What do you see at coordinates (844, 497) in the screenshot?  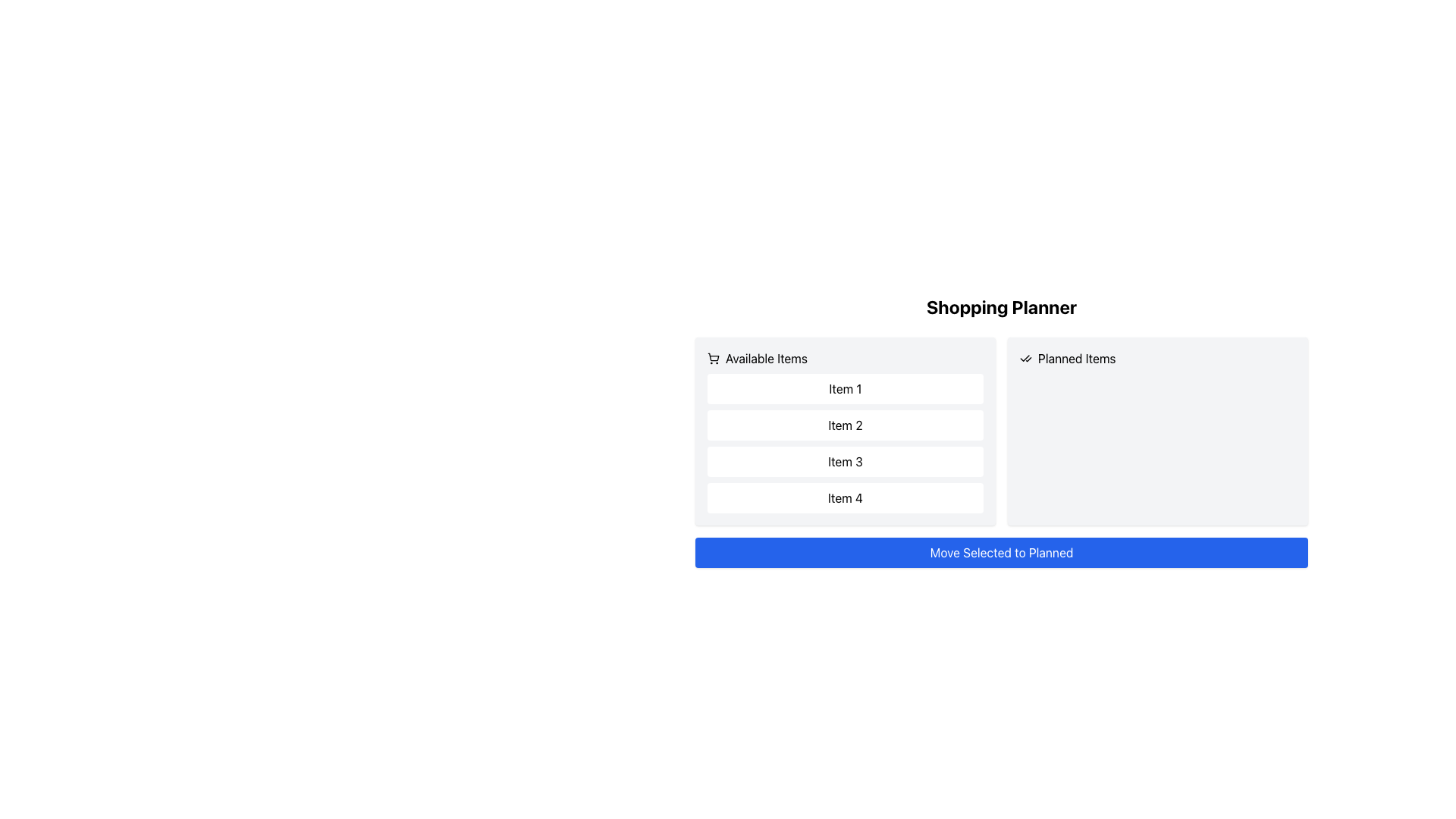 I see `the fourth item in the 'Available Items' section of the 'Shopping Planner' interface, which contains the text 'Item 4'` at bounding box center [844, 497].